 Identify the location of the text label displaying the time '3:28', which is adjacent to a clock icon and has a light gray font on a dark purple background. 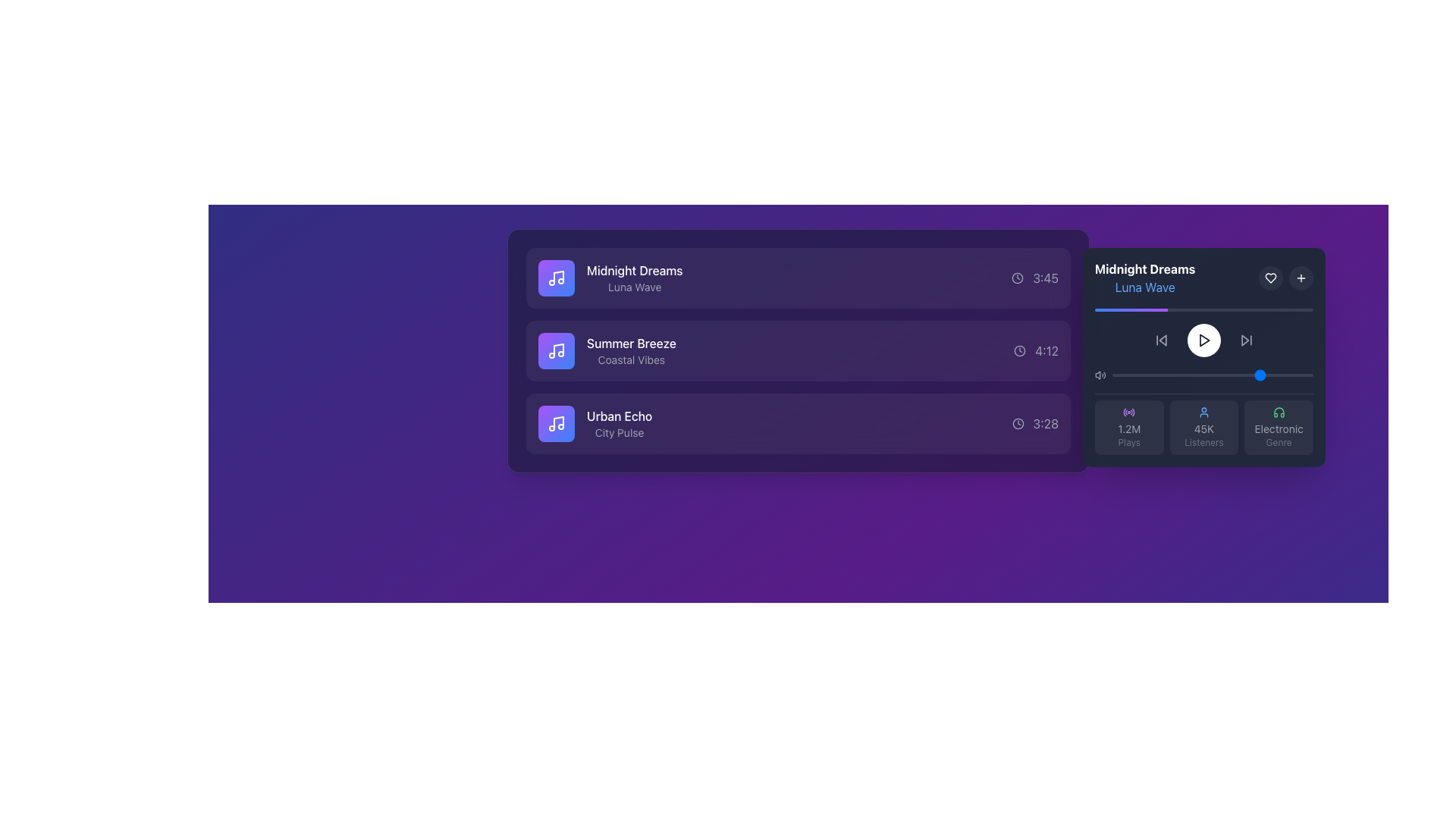
(1045, 424).